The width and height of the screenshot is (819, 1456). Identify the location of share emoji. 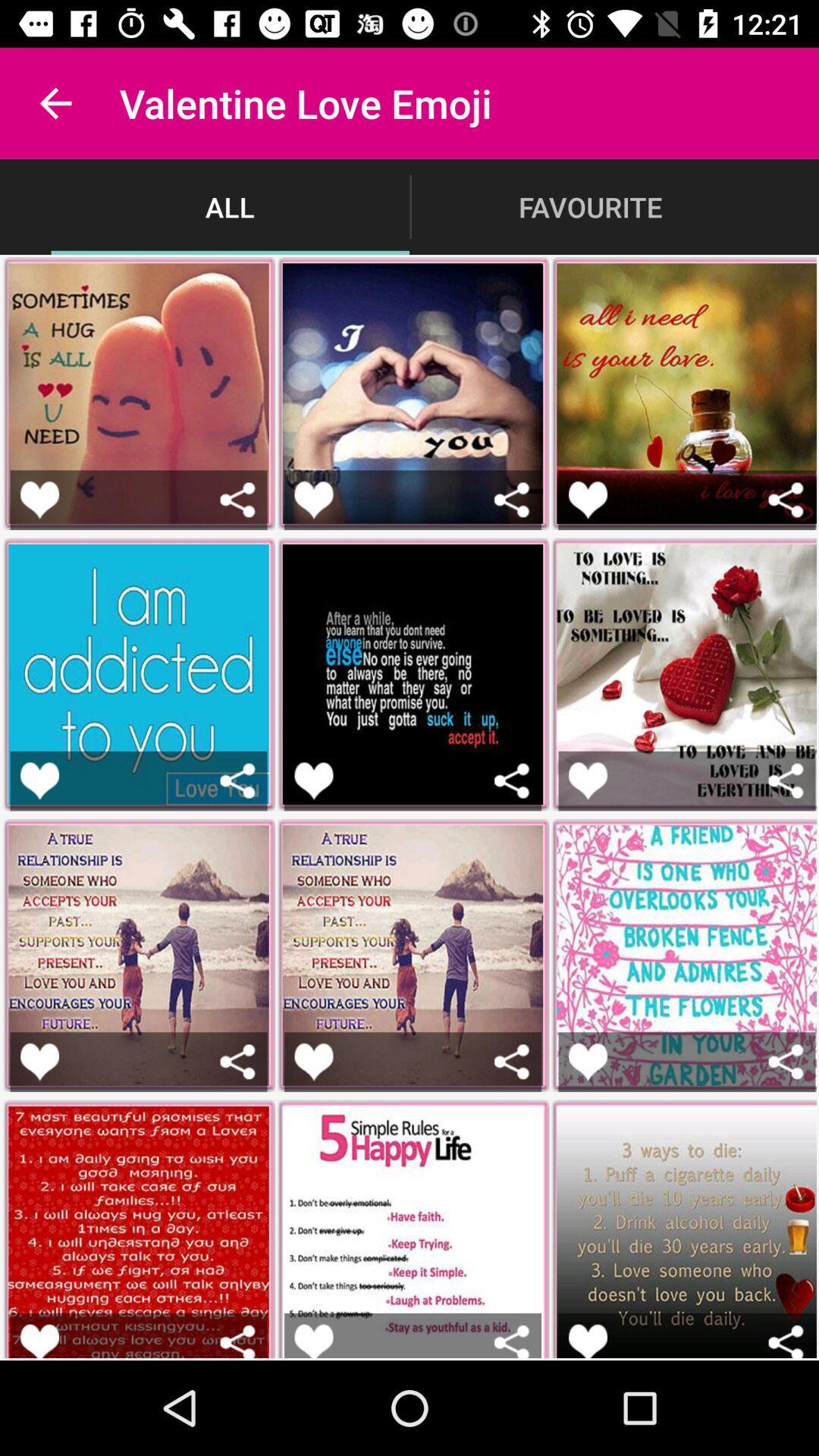
(237, 1061).